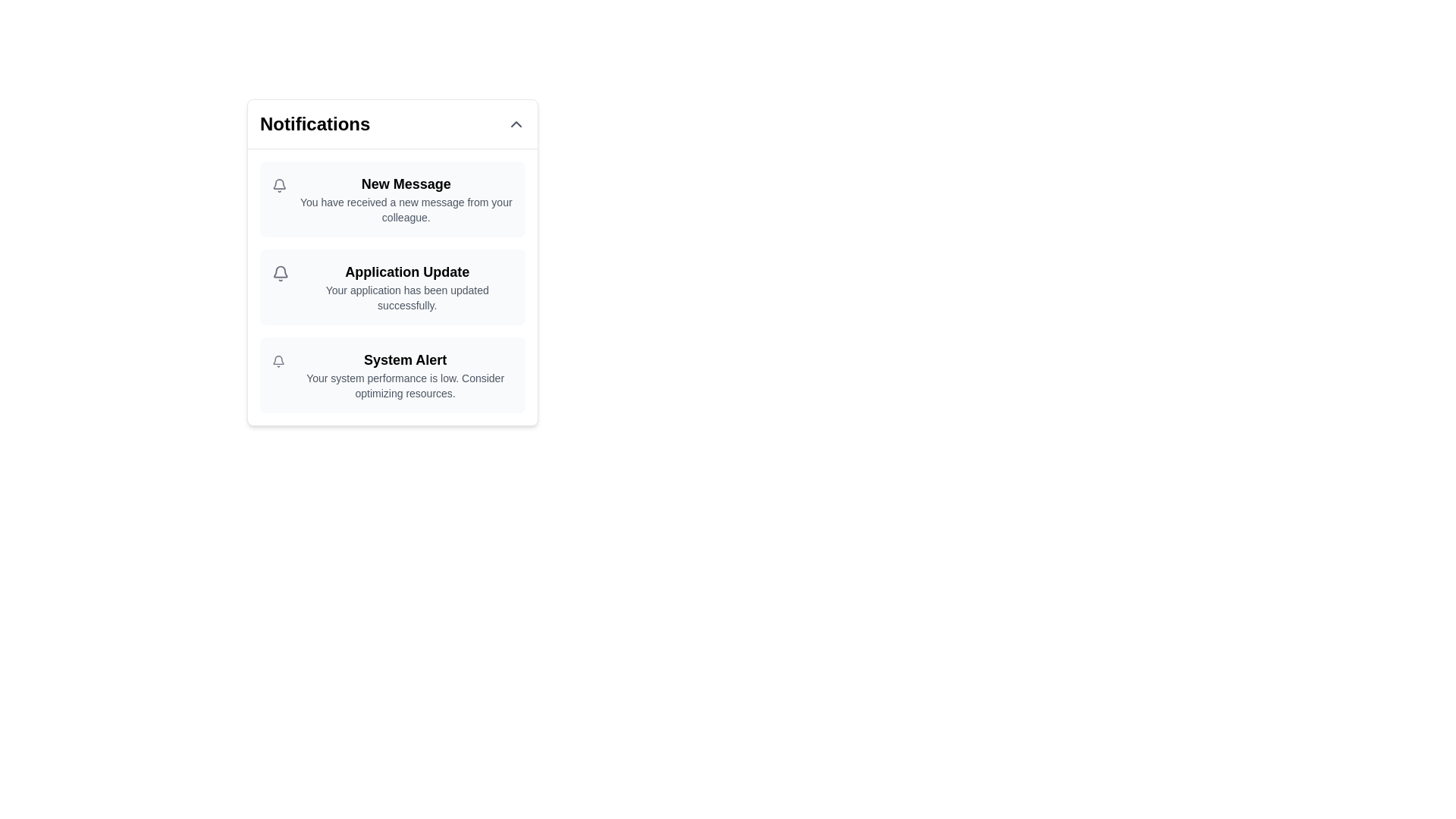 This screenshot has height=819, width=1456. I want to click on the text message reading 'Your application has been updated successfully.' located beneath the header 'Application Update' in the notification card, so click(407, 298).